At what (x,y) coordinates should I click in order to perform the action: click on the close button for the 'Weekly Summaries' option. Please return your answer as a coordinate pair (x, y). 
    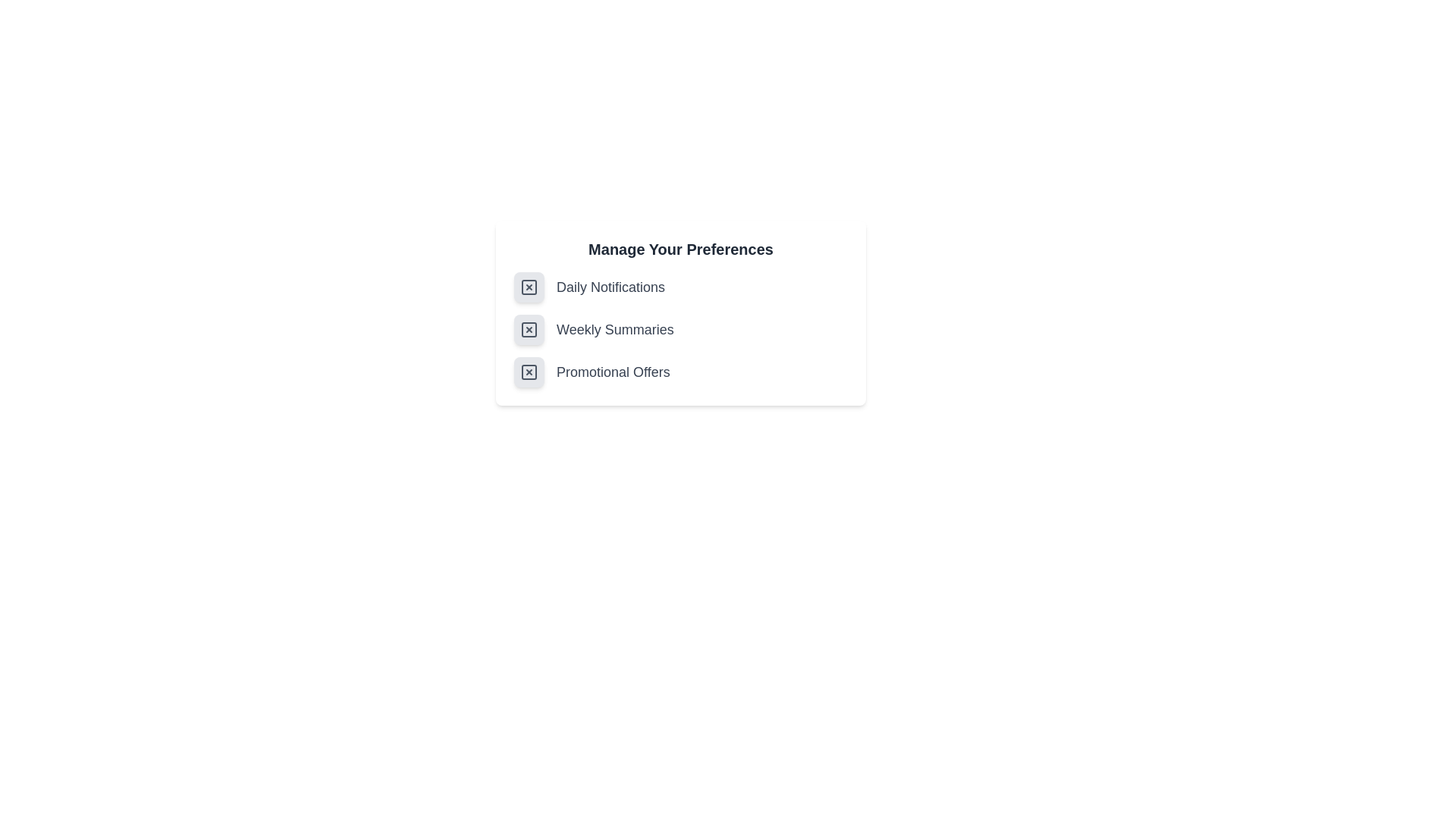
    Looking at the image, I should click on (529, 329).